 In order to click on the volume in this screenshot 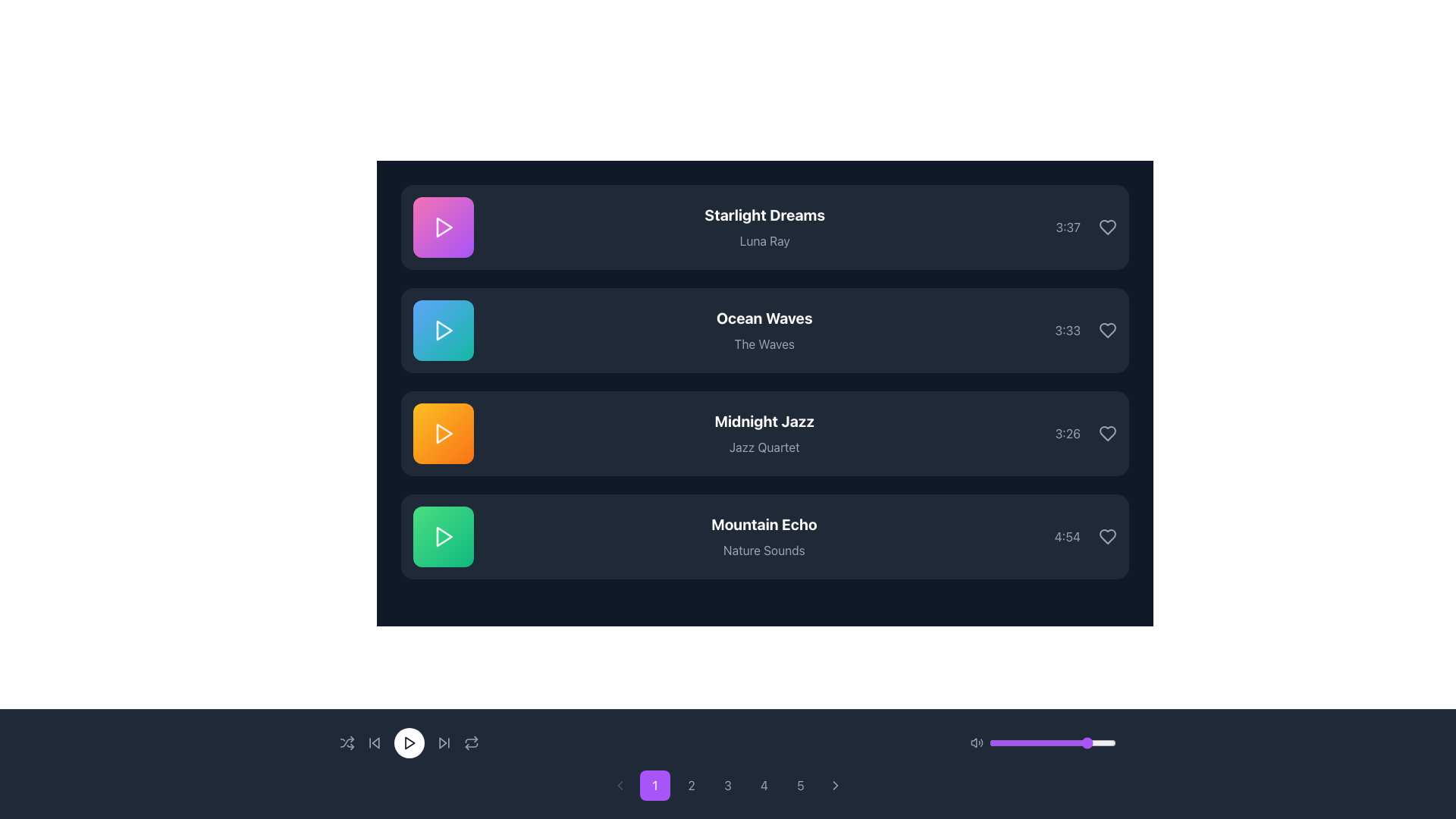, I will do `click(1016, 742)`.